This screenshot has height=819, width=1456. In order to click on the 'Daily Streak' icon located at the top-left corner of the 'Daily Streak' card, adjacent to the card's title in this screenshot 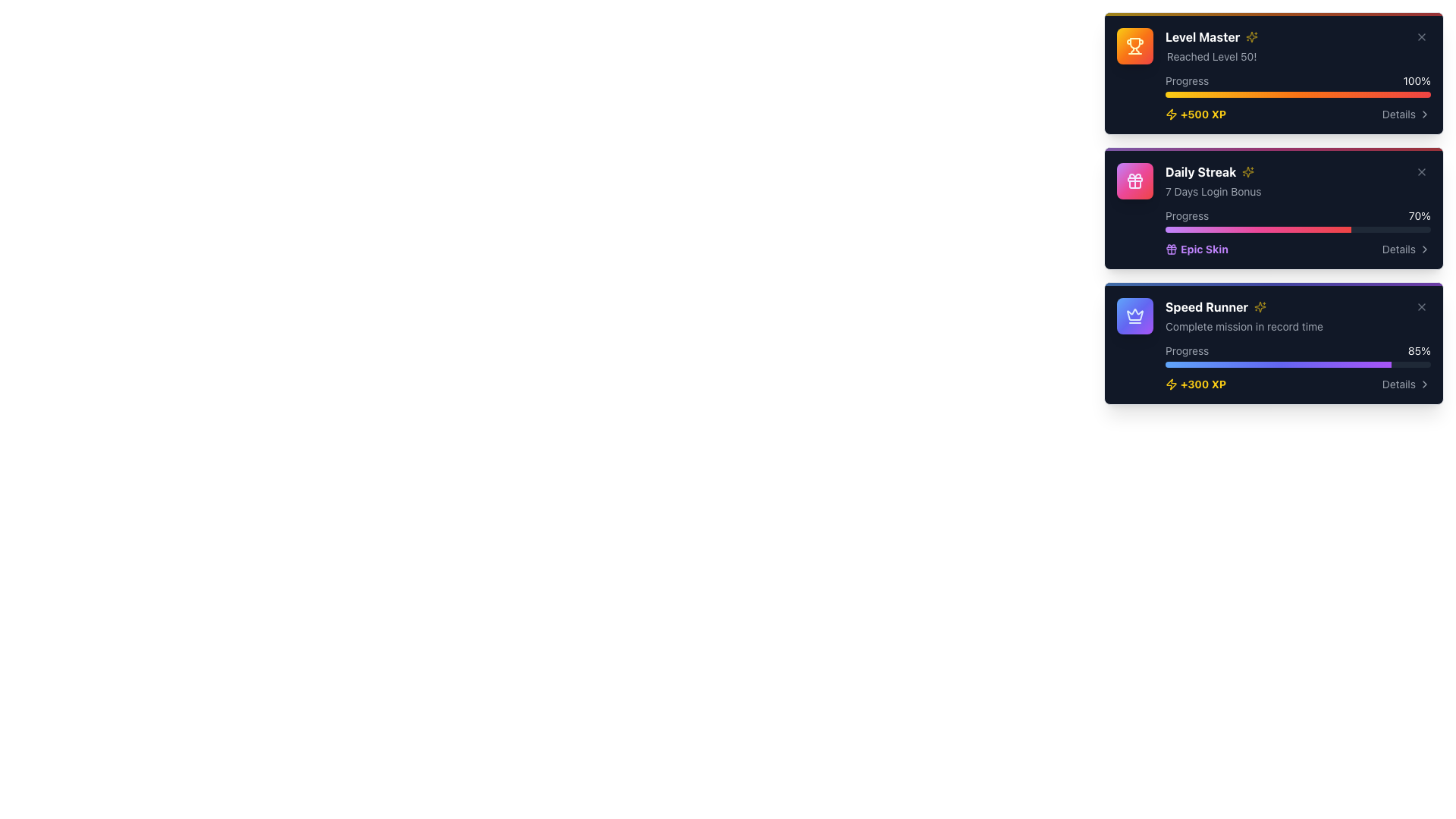, I will do `click(1135, 180)`.